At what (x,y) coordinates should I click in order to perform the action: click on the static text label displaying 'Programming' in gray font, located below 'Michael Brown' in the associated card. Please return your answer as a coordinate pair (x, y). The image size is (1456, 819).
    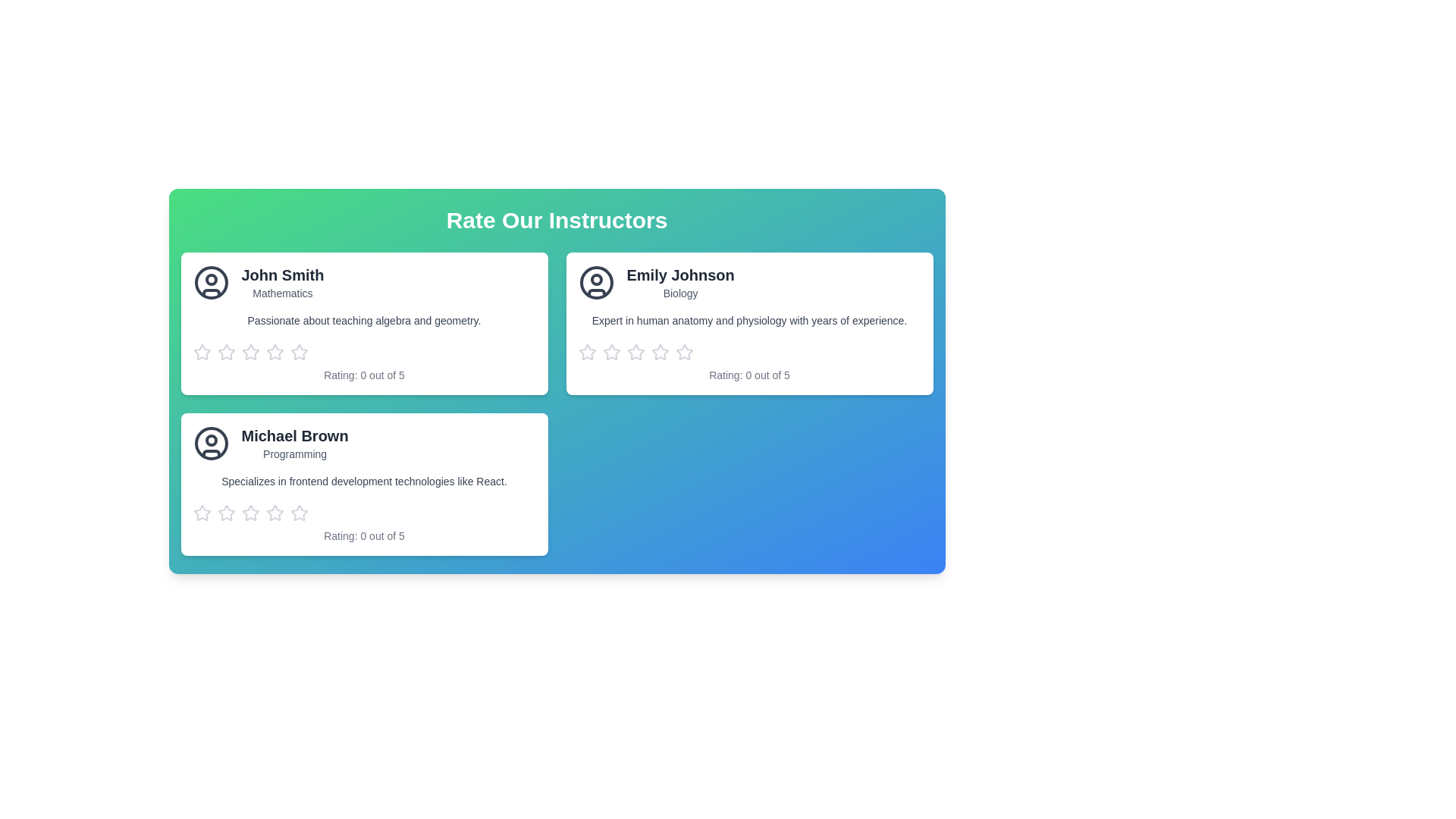
    Looking at the image, I should click on (294, 453).